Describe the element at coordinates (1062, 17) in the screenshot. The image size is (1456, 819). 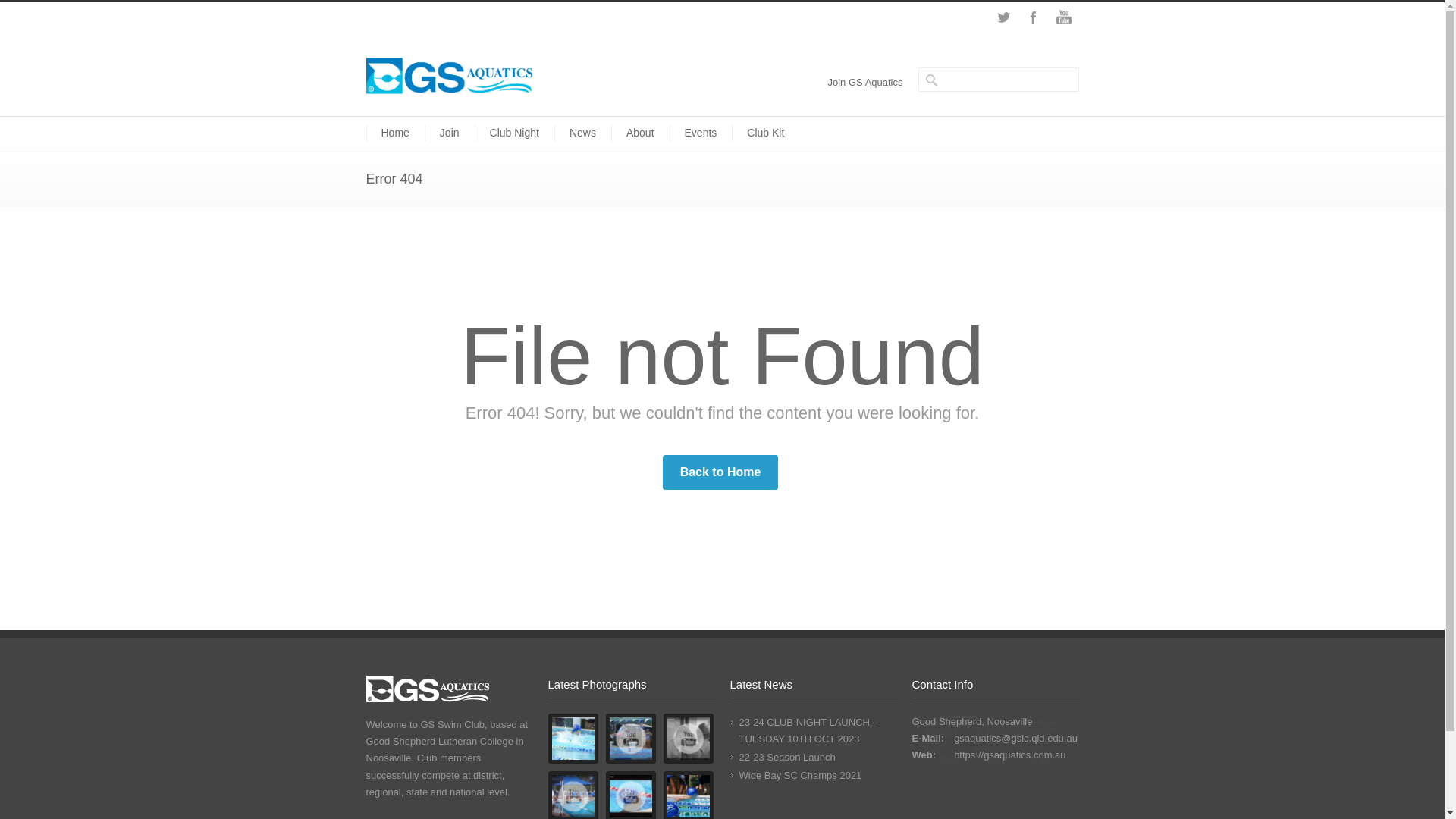
I see `'YouTube'` at that location.